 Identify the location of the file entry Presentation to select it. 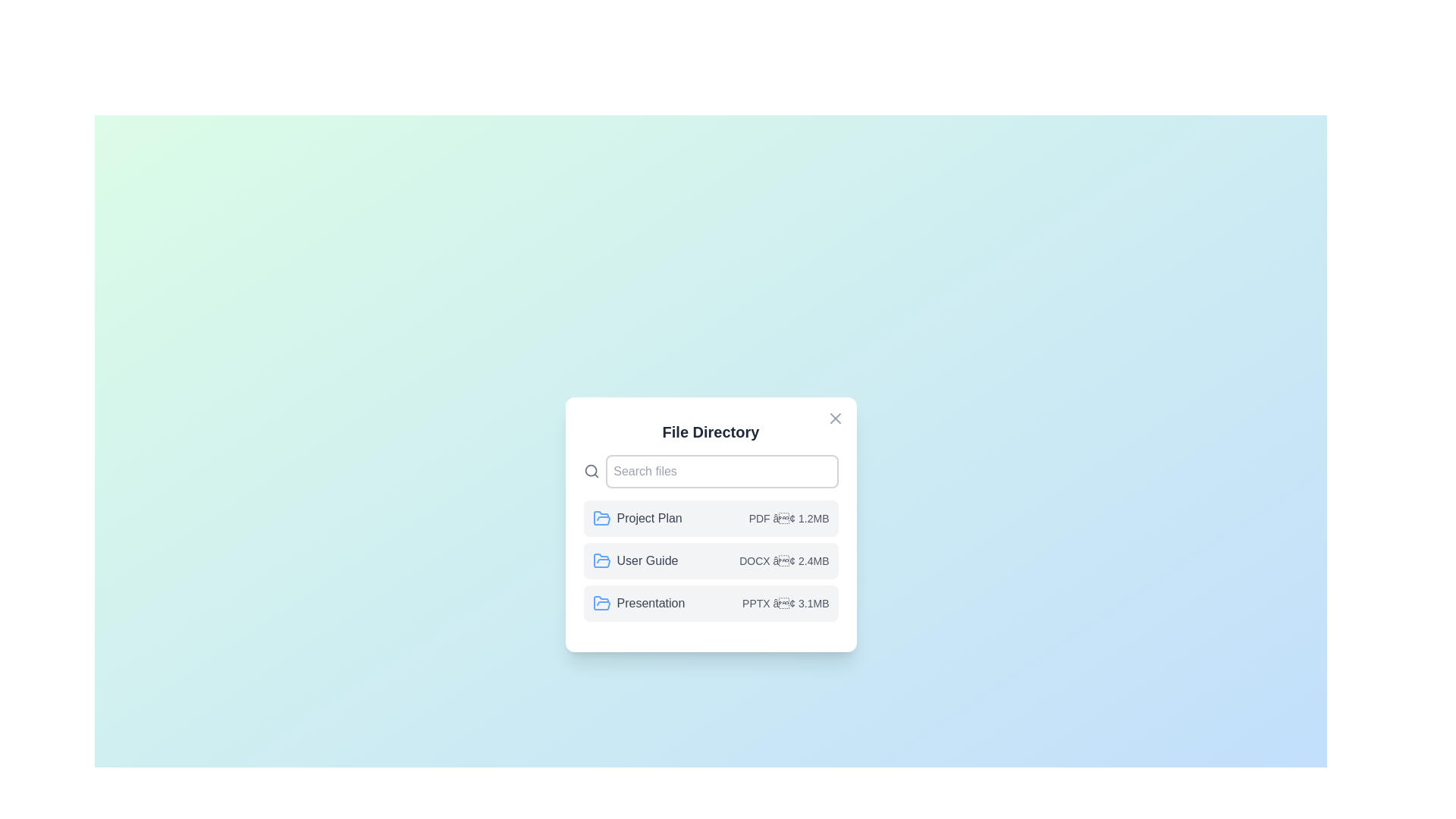
(710, 602).